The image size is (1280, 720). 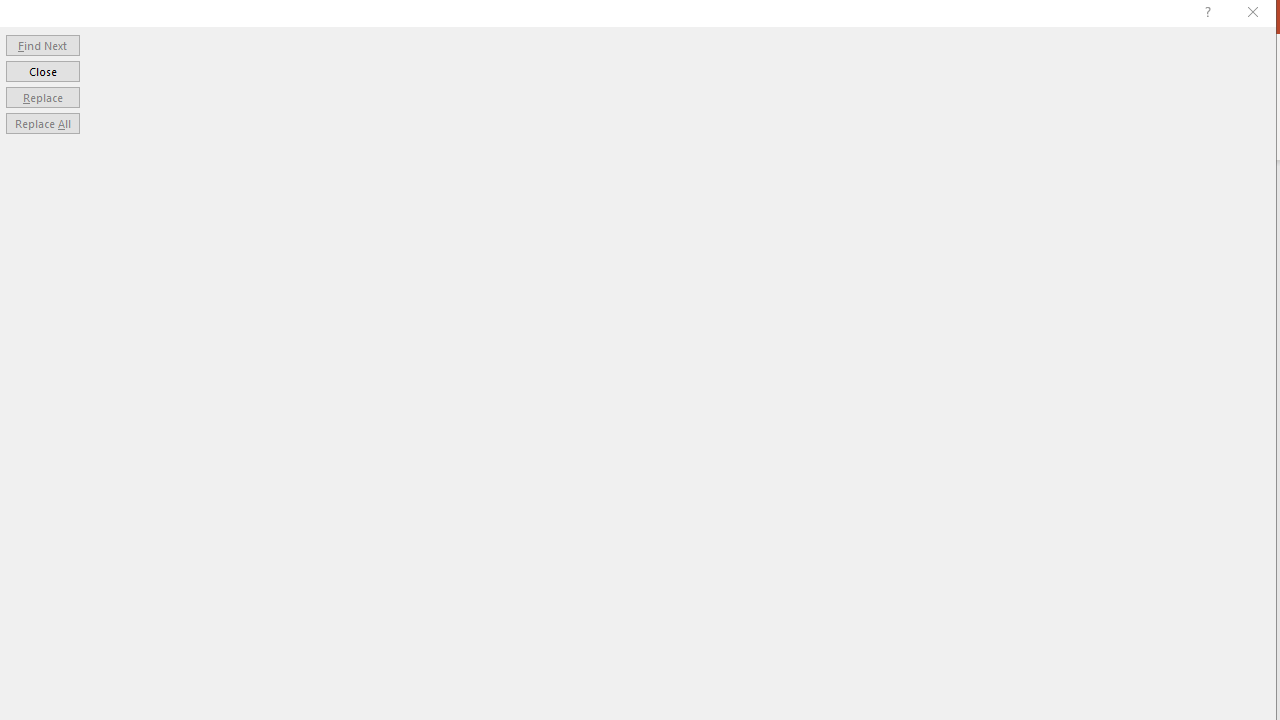 I want to click on 'Replace All', so click(x=42, y=123).